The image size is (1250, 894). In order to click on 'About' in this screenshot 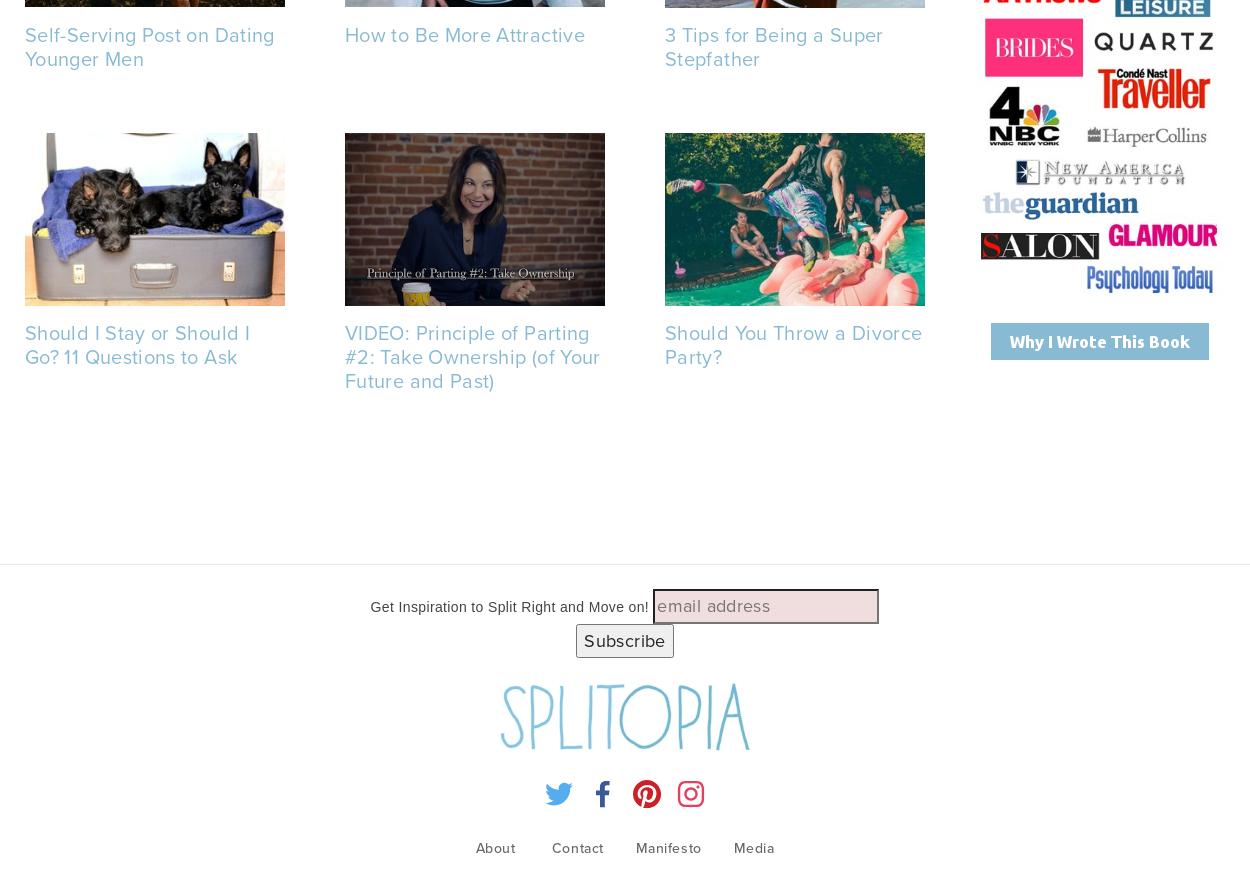, I will do `click(494, 847)`.